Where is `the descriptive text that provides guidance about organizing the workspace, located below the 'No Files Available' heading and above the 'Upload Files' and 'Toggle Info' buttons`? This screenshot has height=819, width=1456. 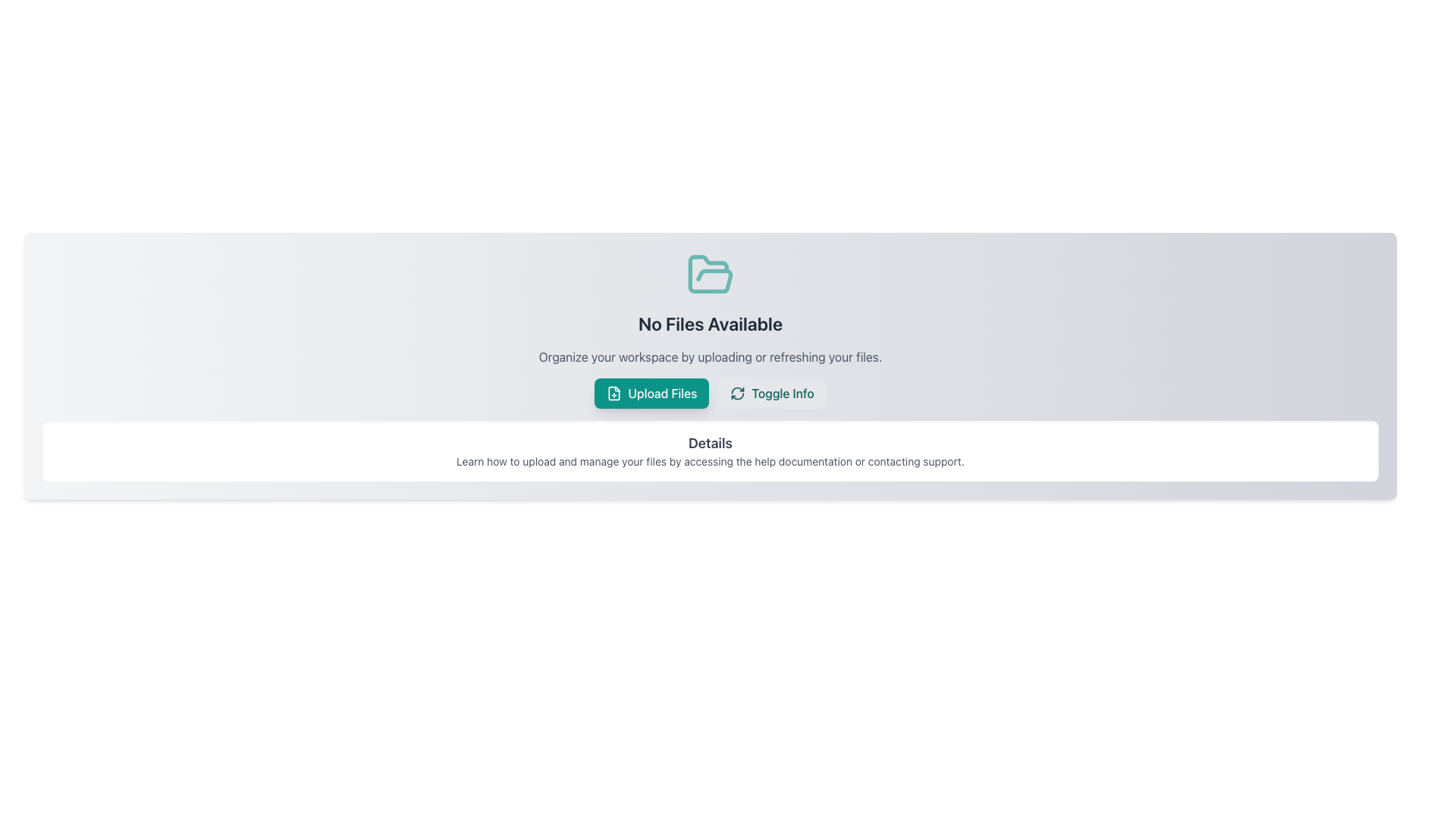 the descriptive text that provides guidance about organizing the workspace, located below the 'No Files Available' heading and above the 'Upload Files' and 'Toggle Info' buttons is located at coordinates (709, 356).